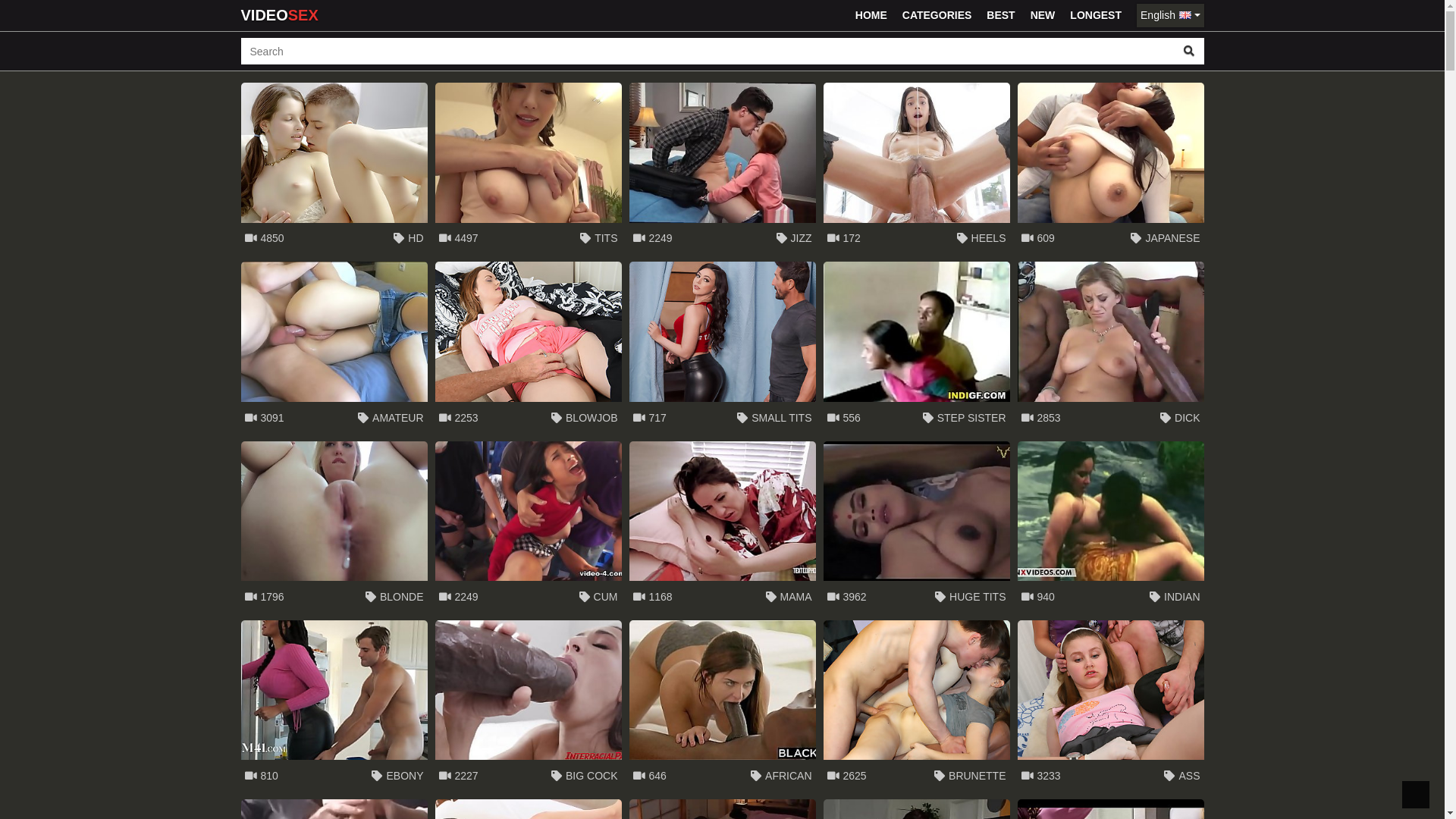 The height and width of the screenshot is (819, 1456). I want to click on '2227, so click(435, 705).